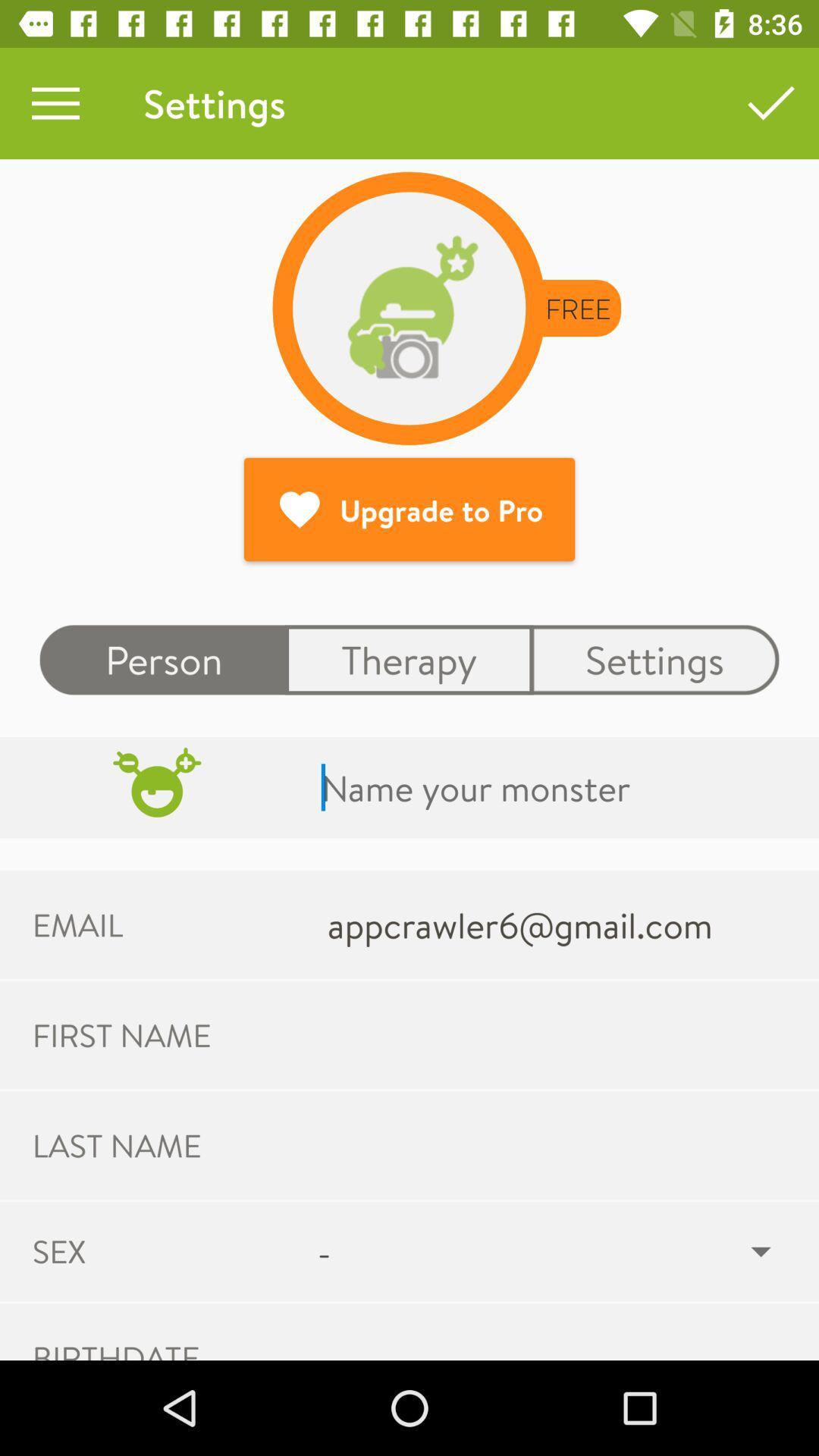 This screenshot has width=819, height=1456. Describe the element at coordinates (555, 1145) in the screenshot. I see `the last name` at that location.